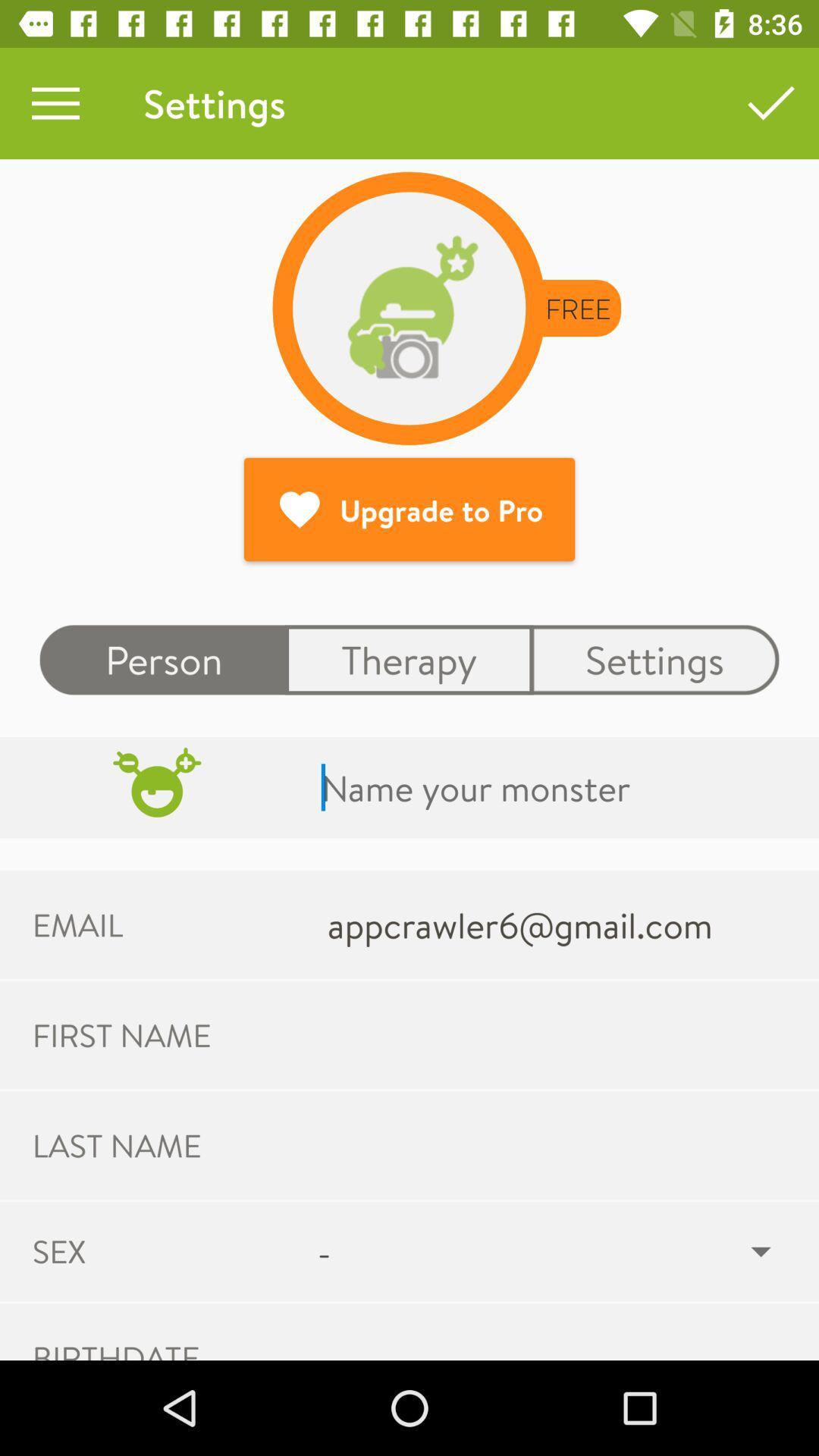 This screenshot has width=819, height=1456. Describe the element at coordinates (555, 1145) in the screenshot. I see `the last name` at that location.